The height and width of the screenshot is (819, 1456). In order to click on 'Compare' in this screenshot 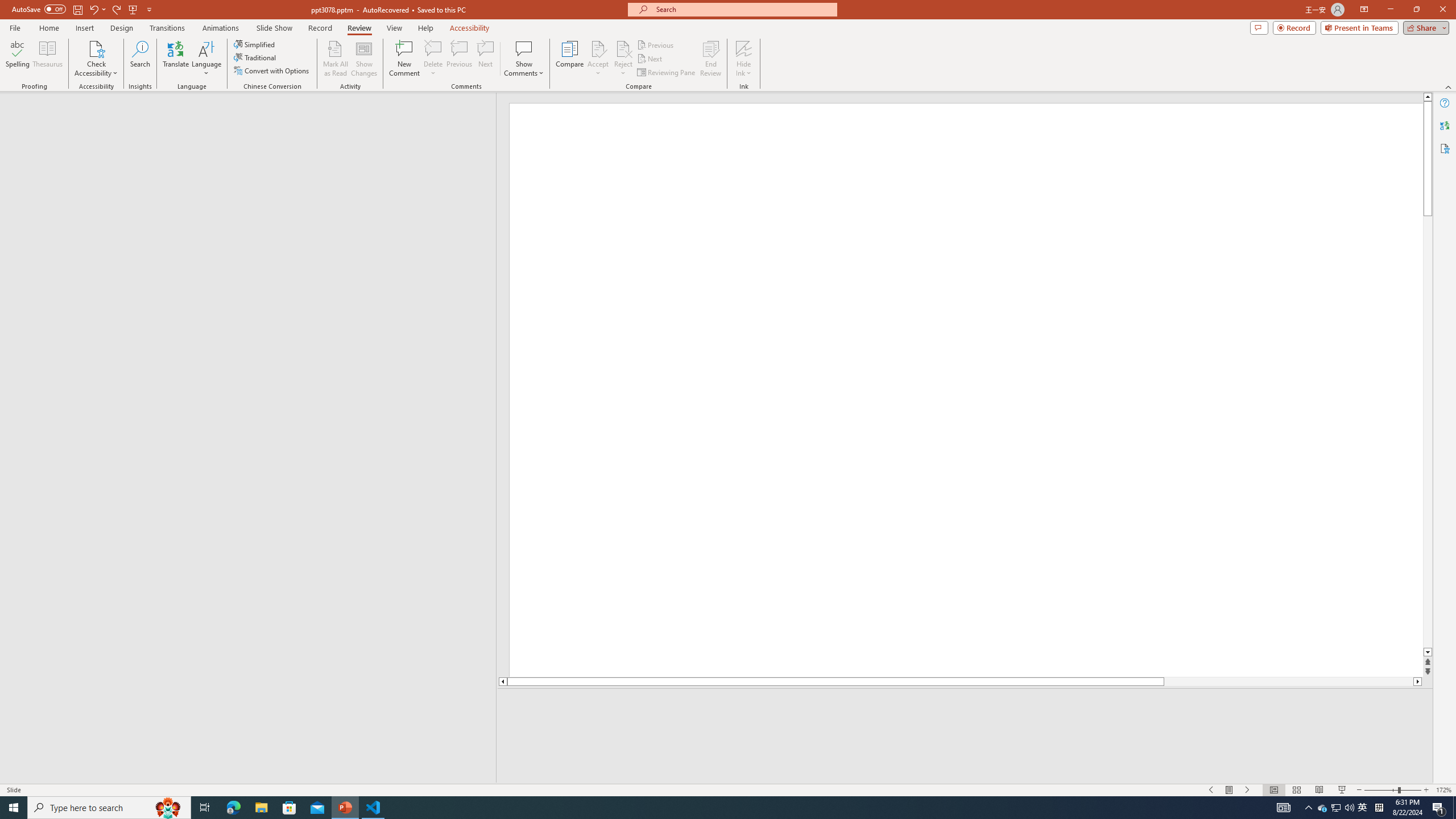, I will do `click(570, 59)`.